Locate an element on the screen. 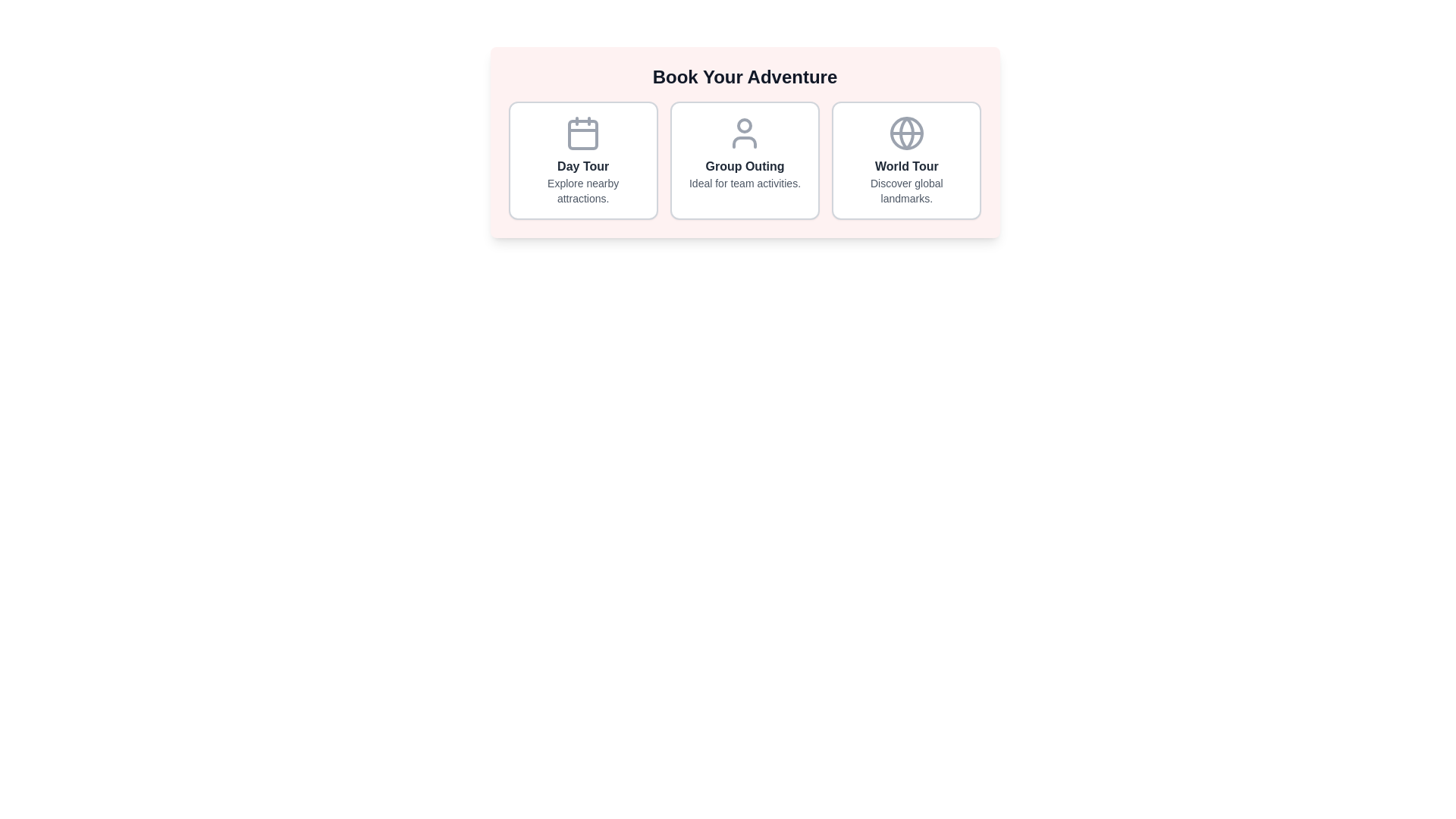 This screenshot has width=1456, height=819. the innermost circular component of the globe icon in the third card of the 'Book Your Adventure' selection section is located at coordinates (906, 133).